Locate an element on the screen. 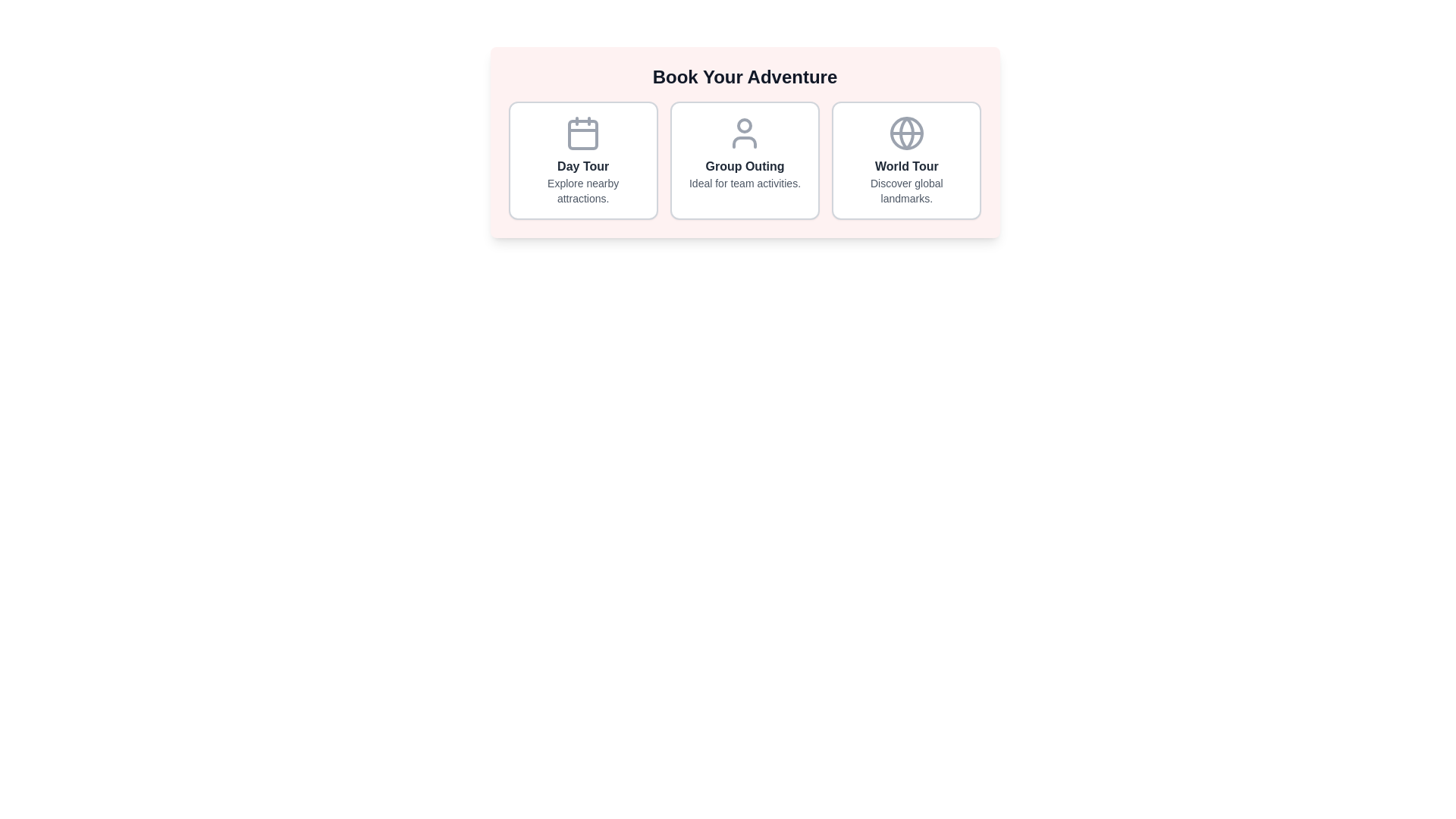 This screenshot has width=1456, height=819. the innermost circular component of the globe icon in the third card of the 'Book Your Adventure' selection section is located at coordinates (906, 133).